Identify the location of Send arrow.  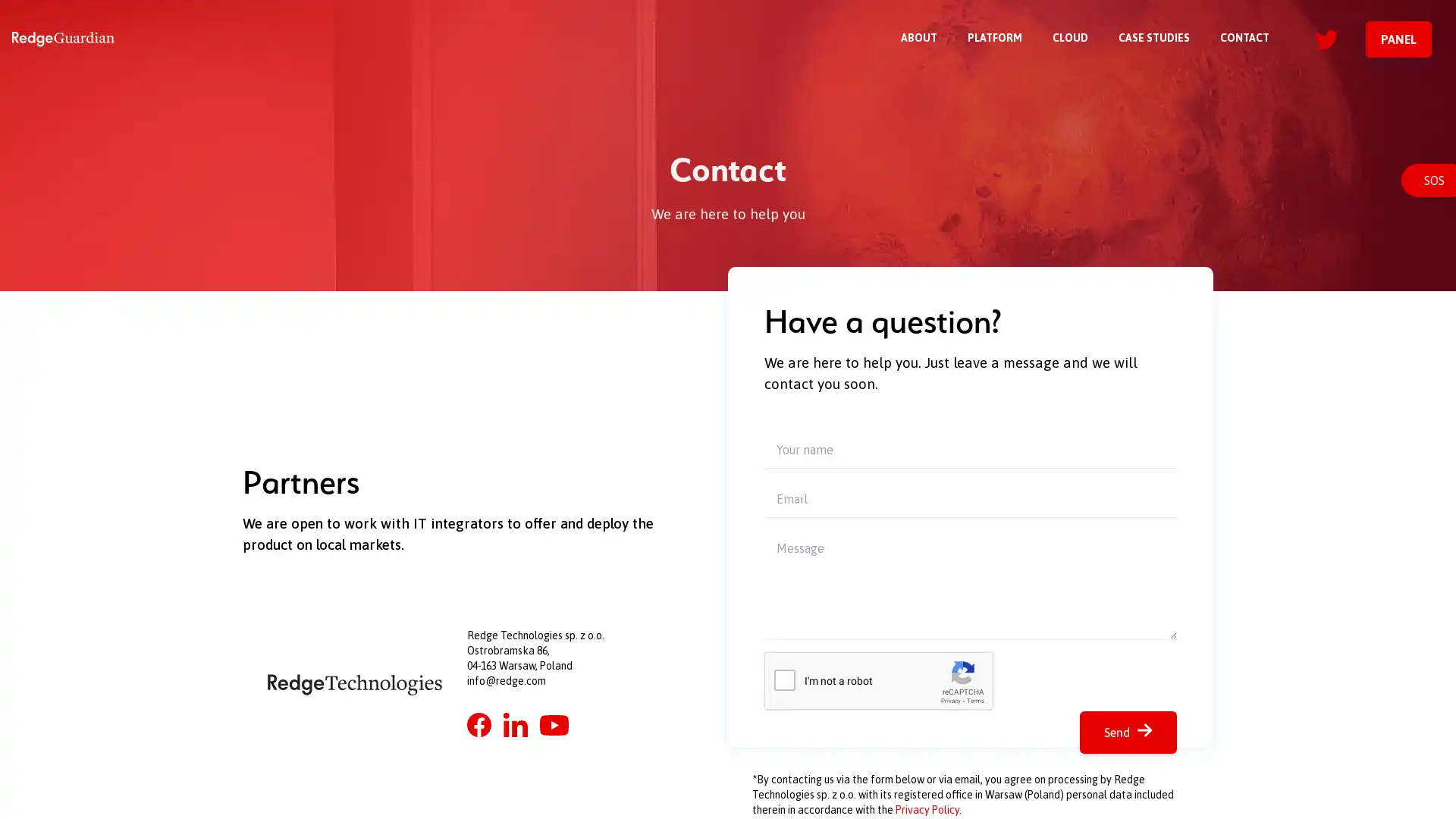
(1128, 730).